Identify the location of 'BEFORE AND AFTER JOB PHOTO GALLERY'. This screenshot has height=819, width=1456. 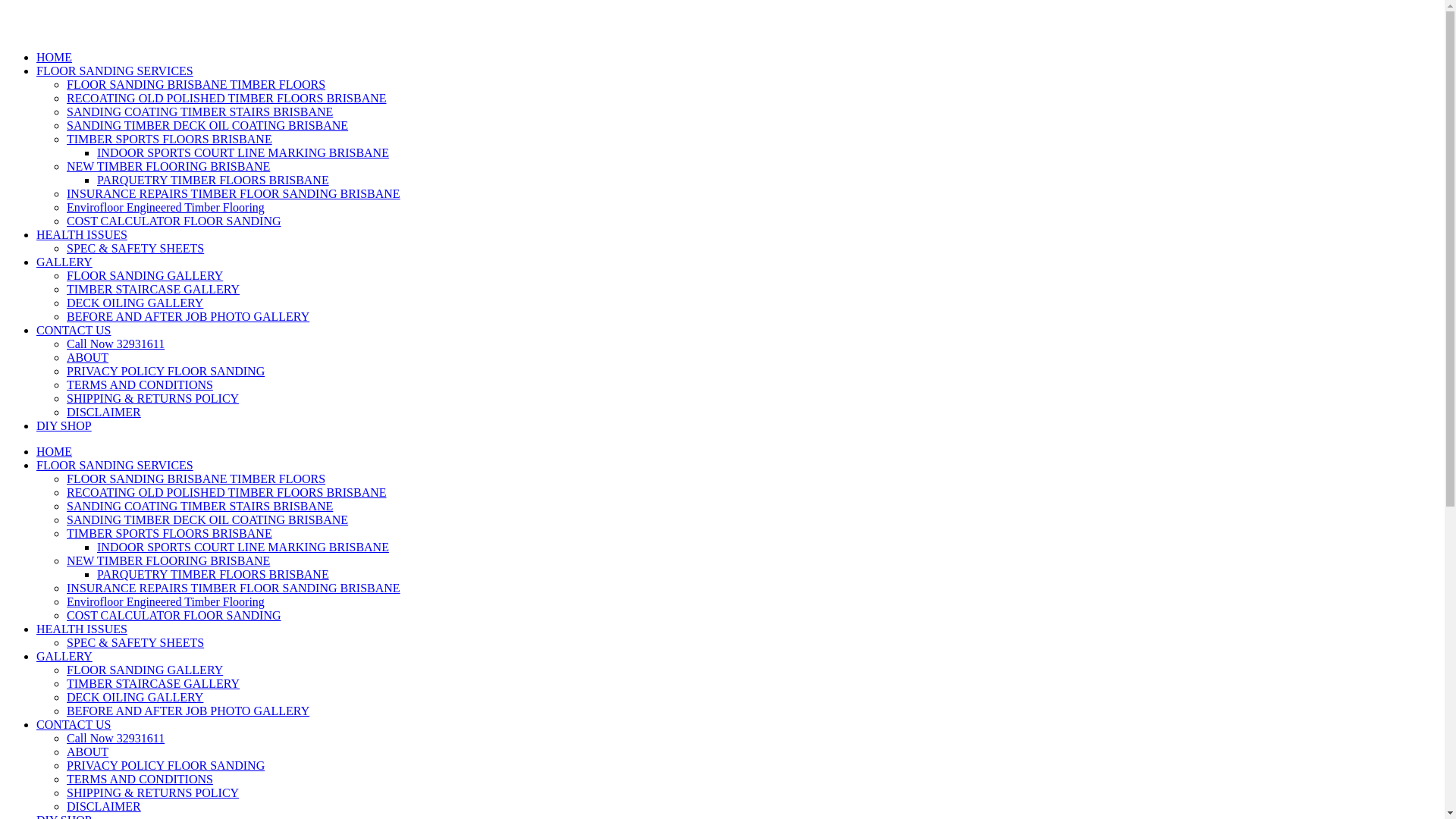
(187, 315).